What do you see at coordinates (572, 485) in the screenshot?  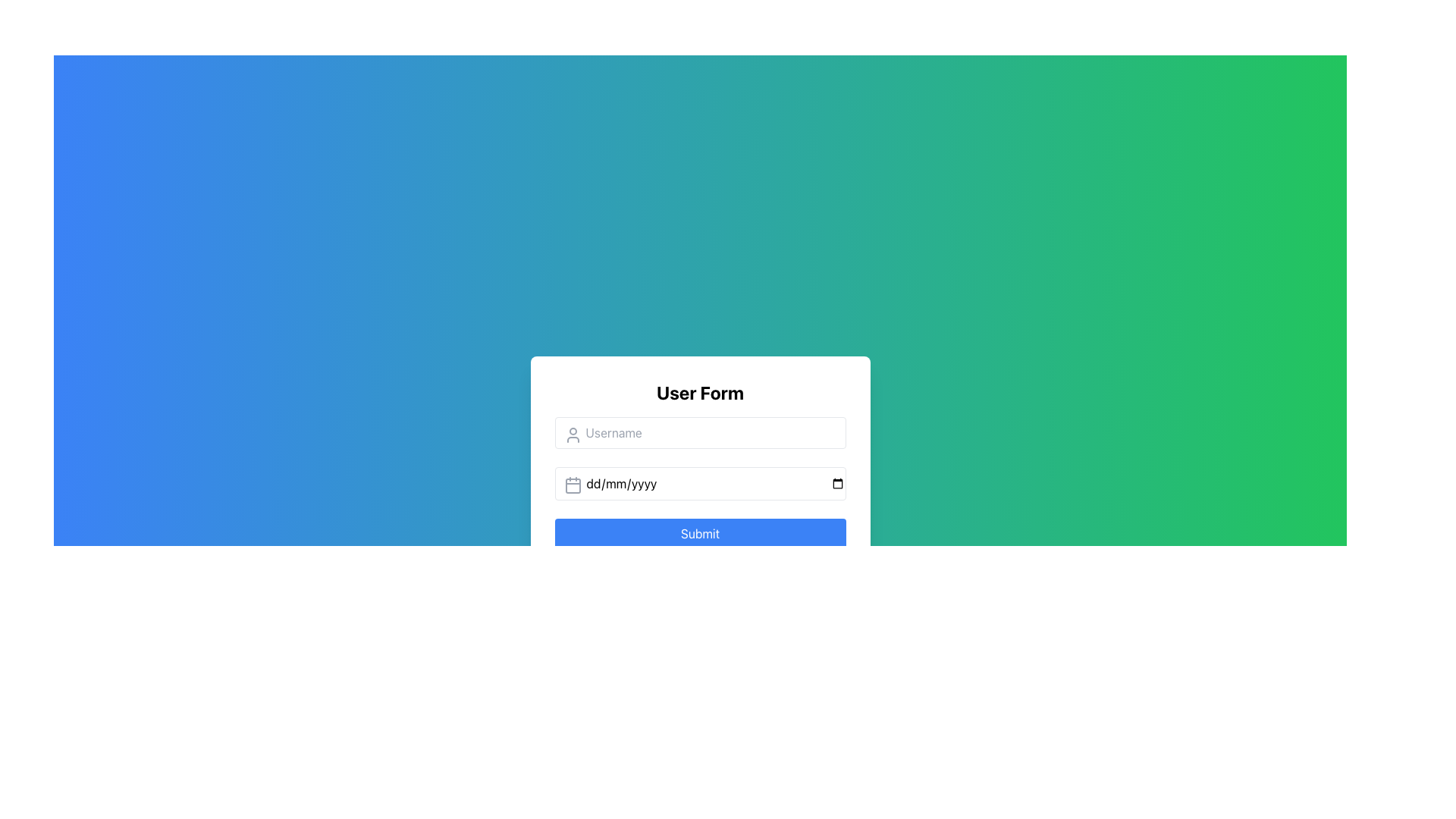 I see `the SVG rectangle with rounded corners located at the lower center part of the calendar icon near the input field labeled 'dd/mm/yyyy'` at bounding box center [572, 485].